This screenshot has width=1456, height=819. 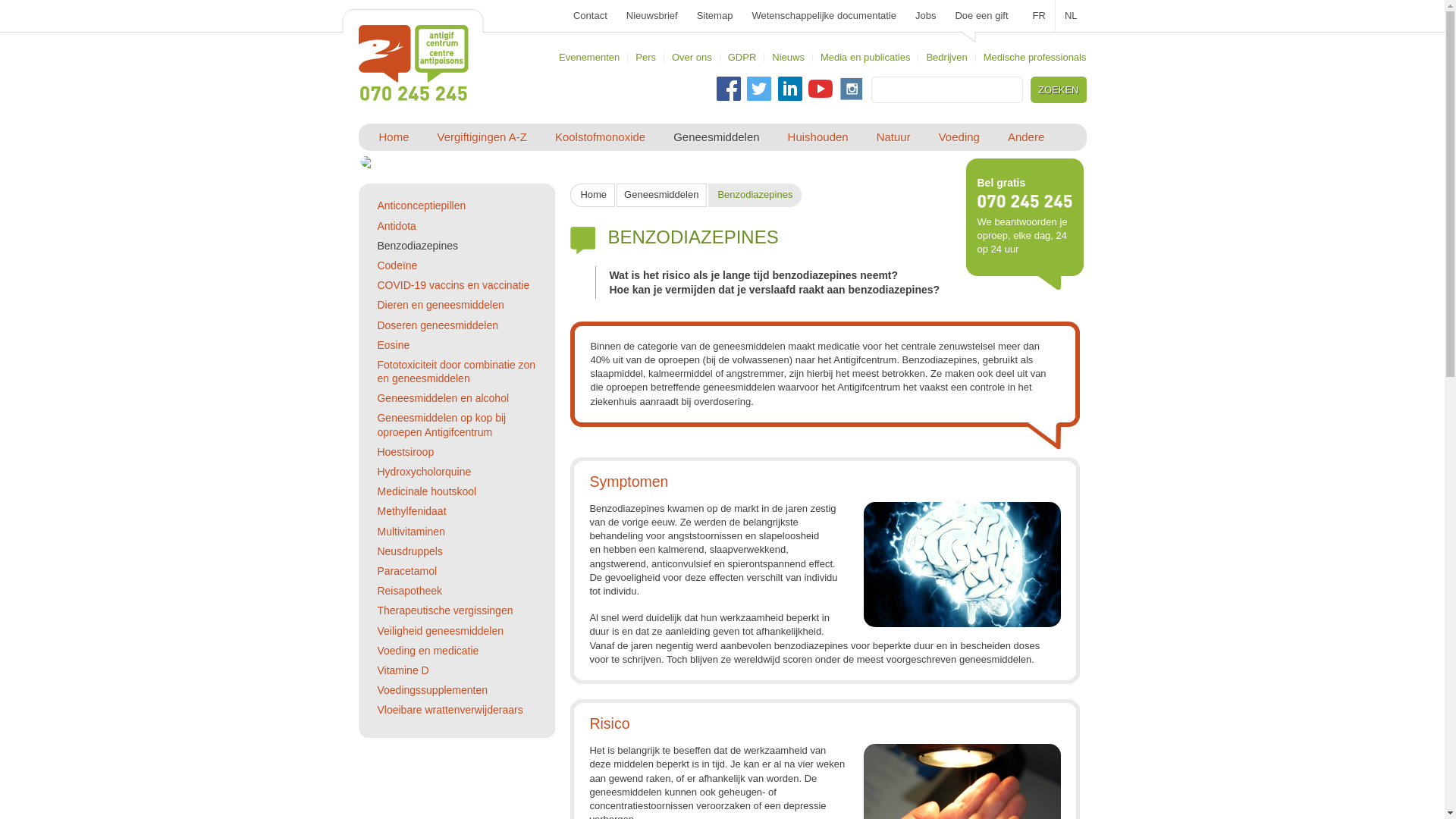 I want to click on 'Veiligheid geneesmiddelen', so click(x=377, y=631).